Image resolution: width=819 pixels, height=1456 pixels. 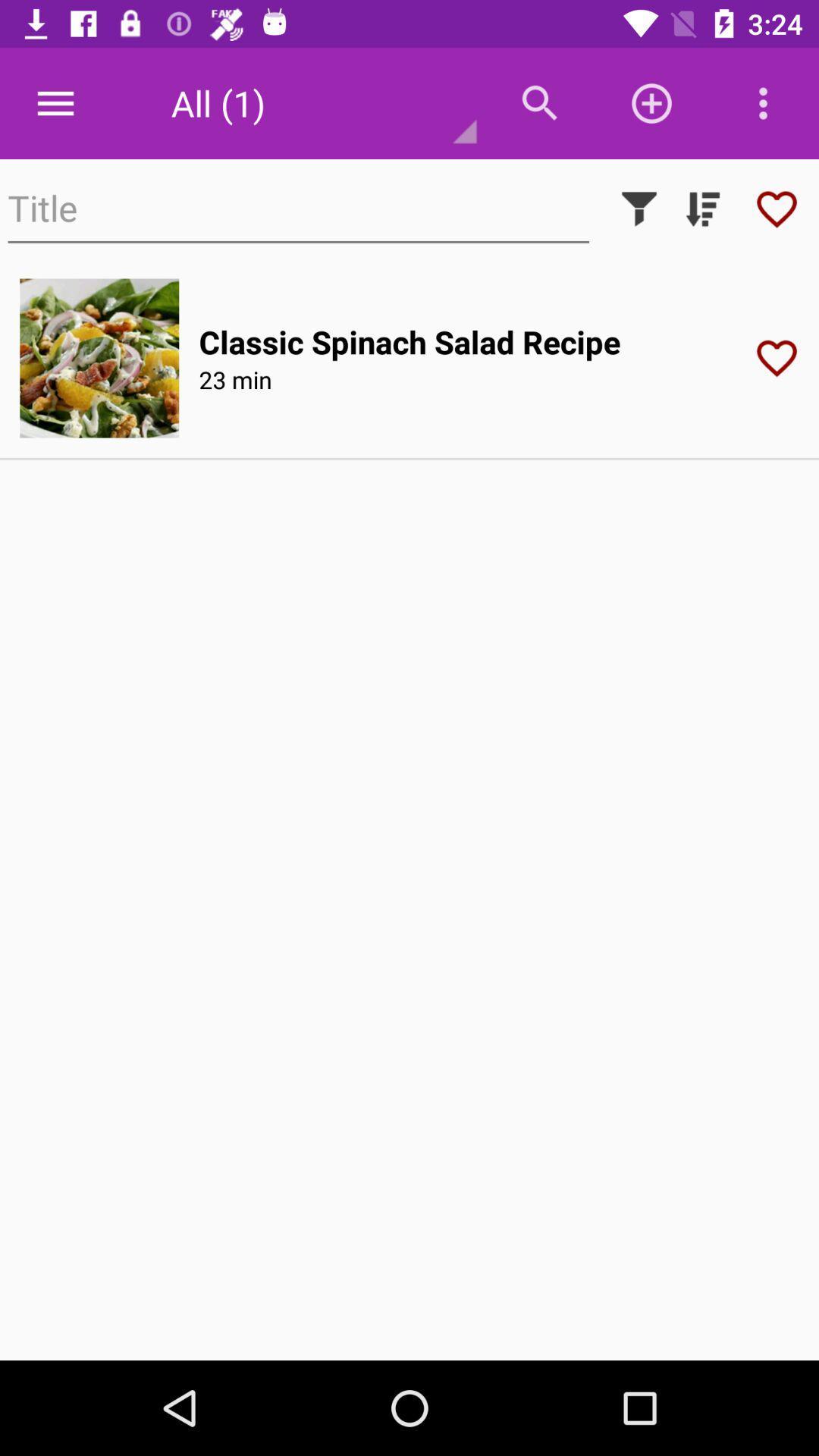 I want to click on the item next to all (1) item, so click(x=539, y=102).